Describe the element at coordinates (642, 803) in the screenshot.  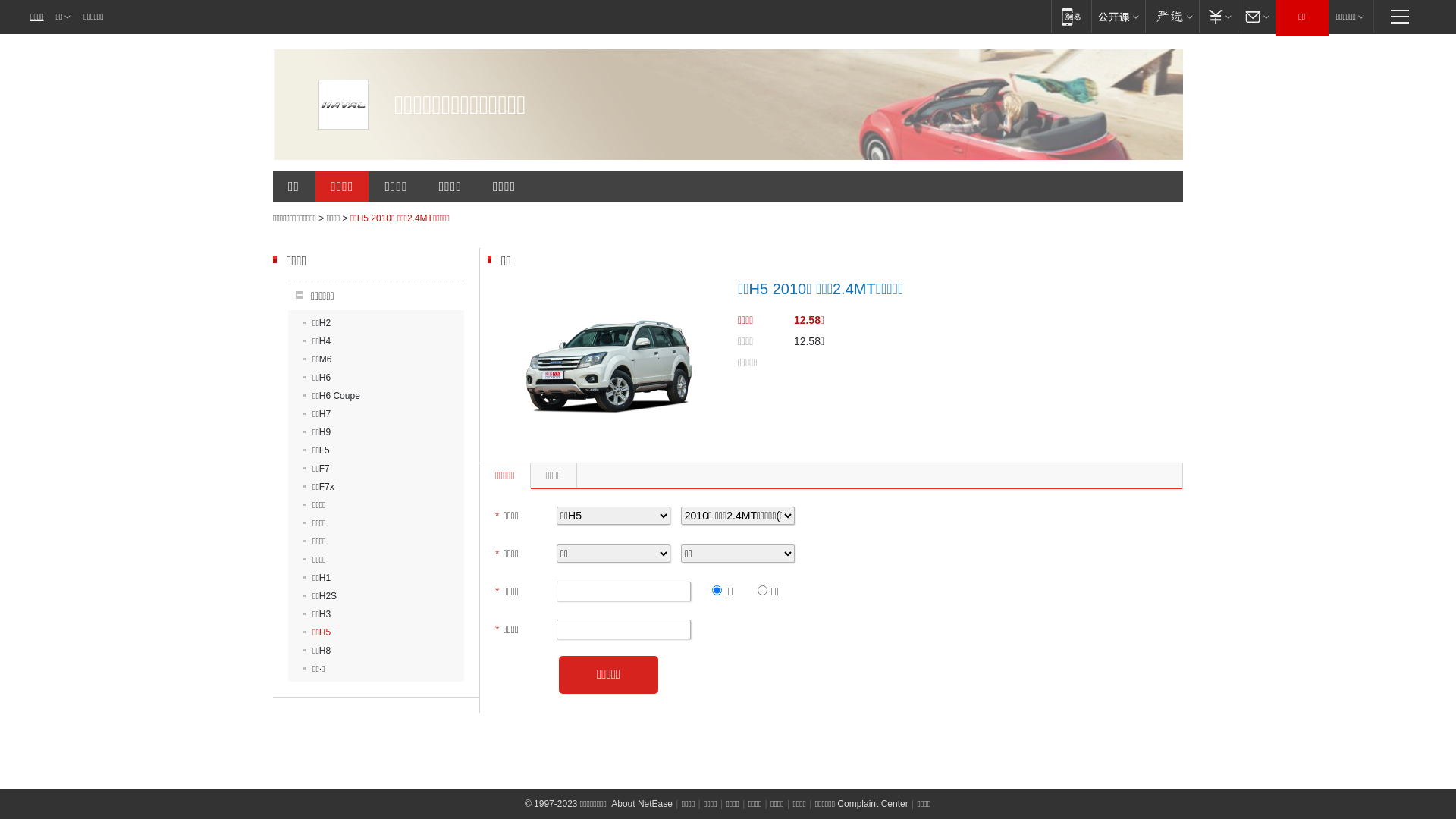
I see `'About NetEase'` at that location.